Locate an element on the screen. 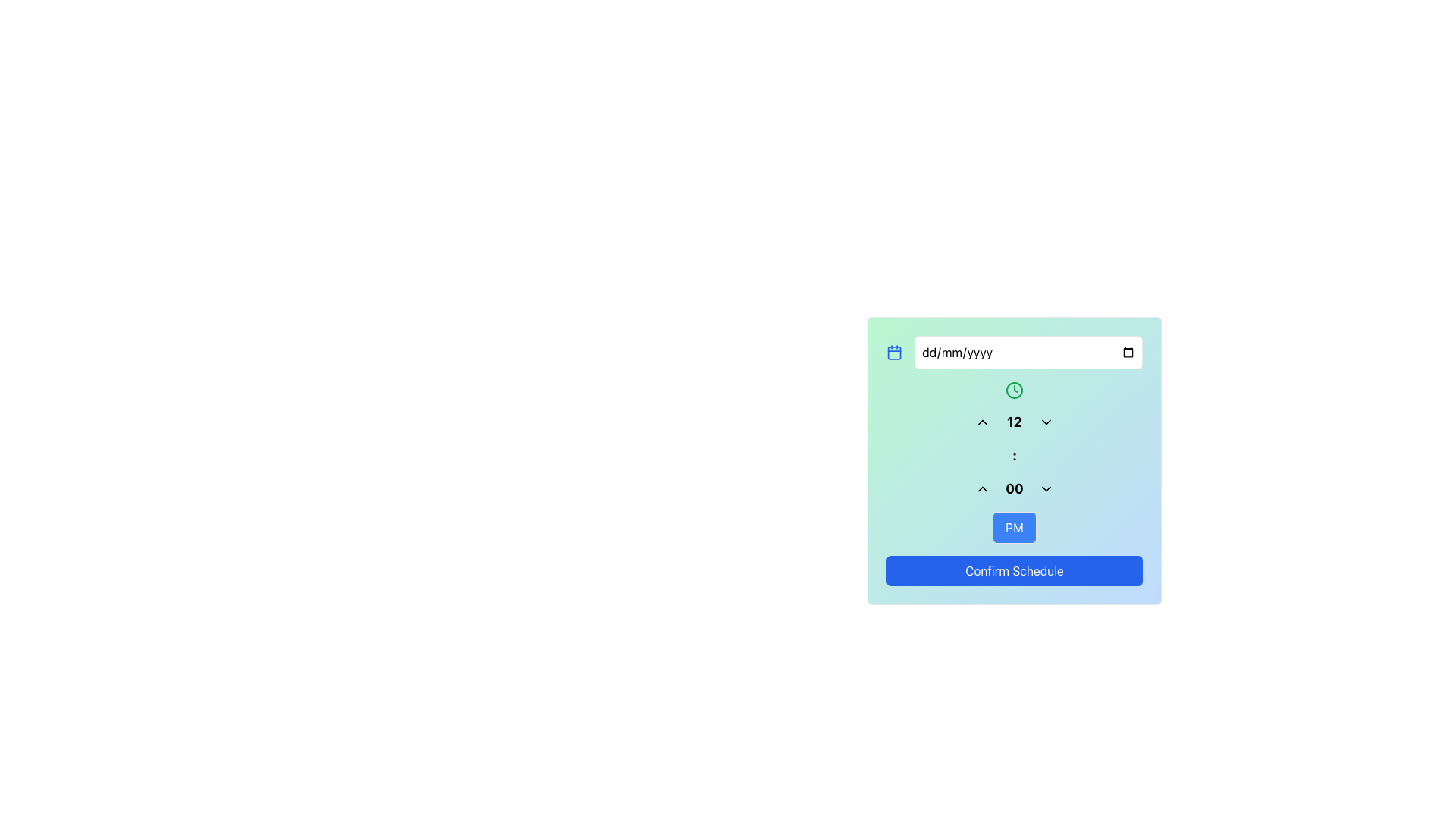 This screenshot has height=819, width=1456. the toggle button for switching between 'AM' and 'PM' modes is located at coordinates (1015, 526).